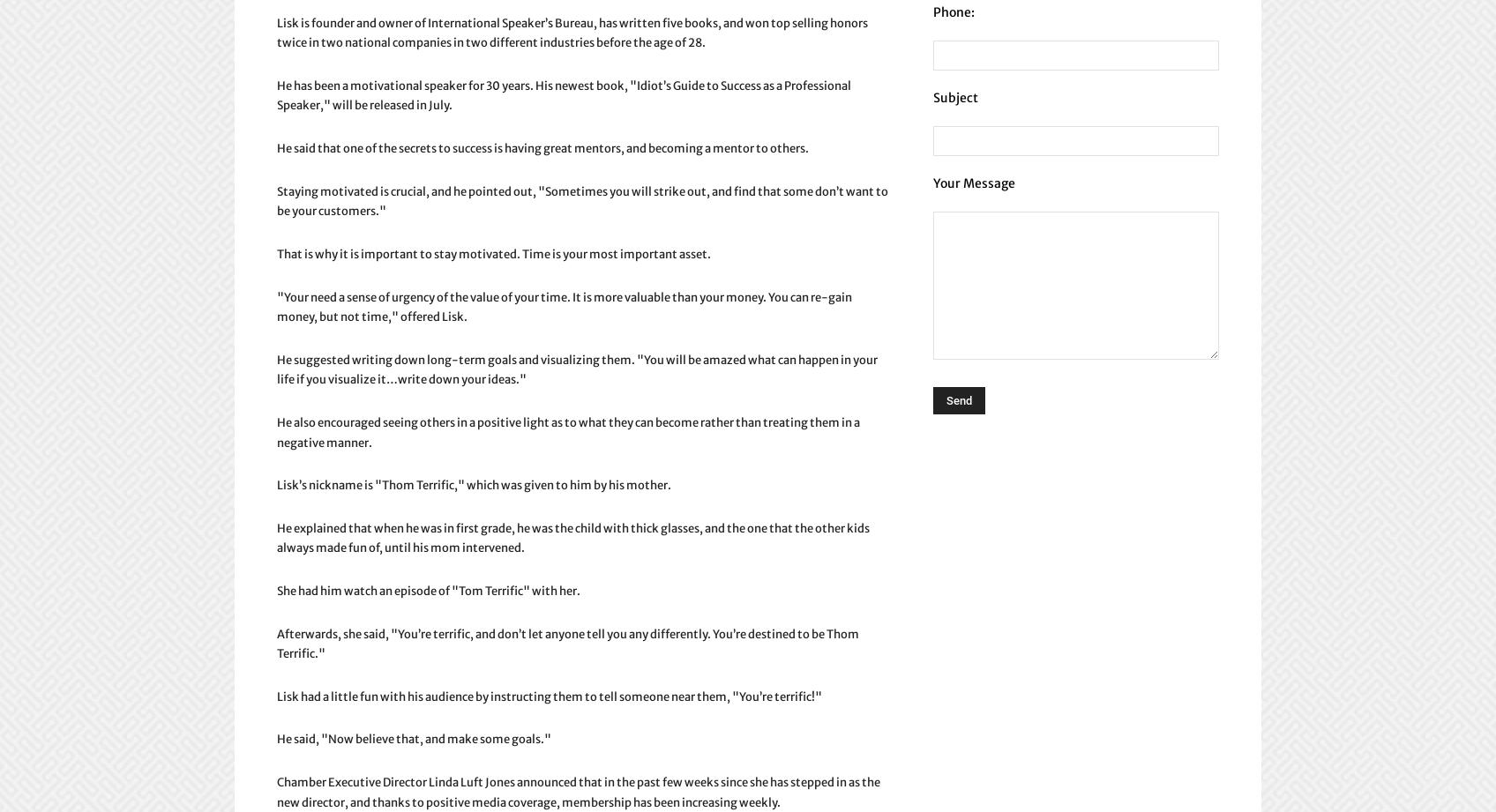 The height and width of the screenshot is (812, 1496). I want to click on 'He also encouraged seeing others in a positive light as to what they can become rather than treating them in a negative manner.', so click(276, 430).